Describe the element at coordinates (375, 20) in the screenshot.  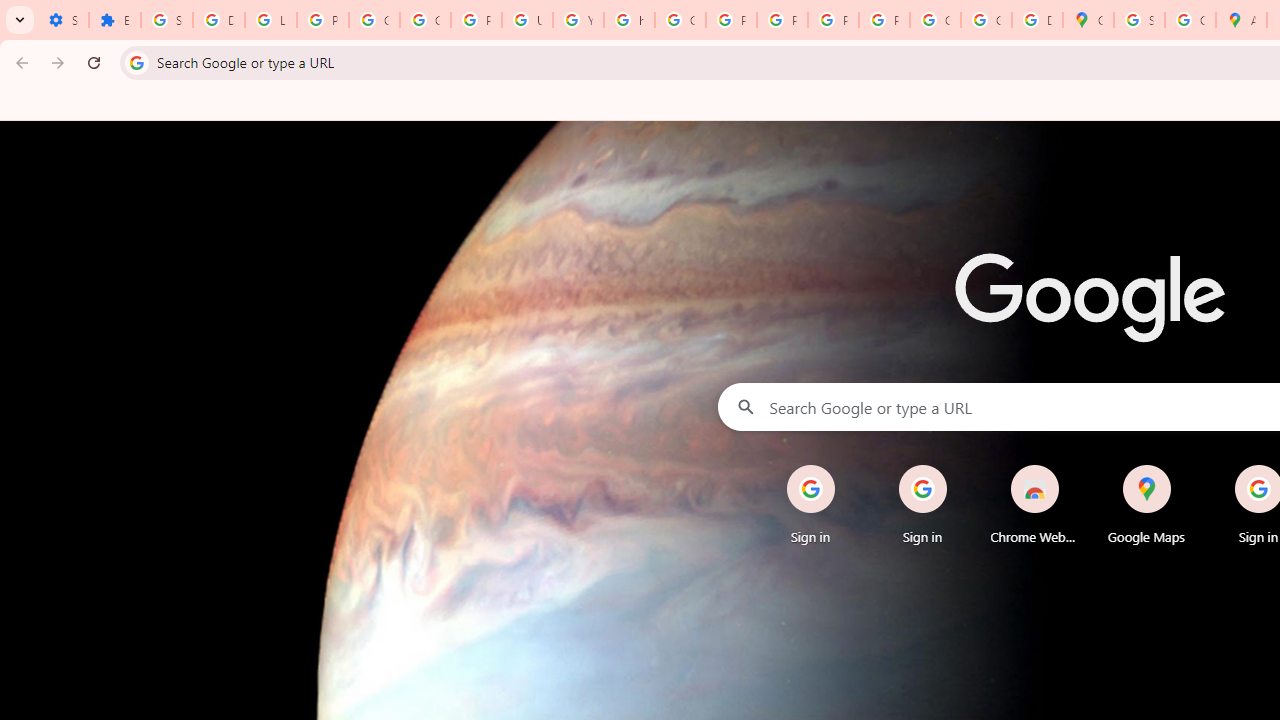
I see `'Google Account Help'` at that location.